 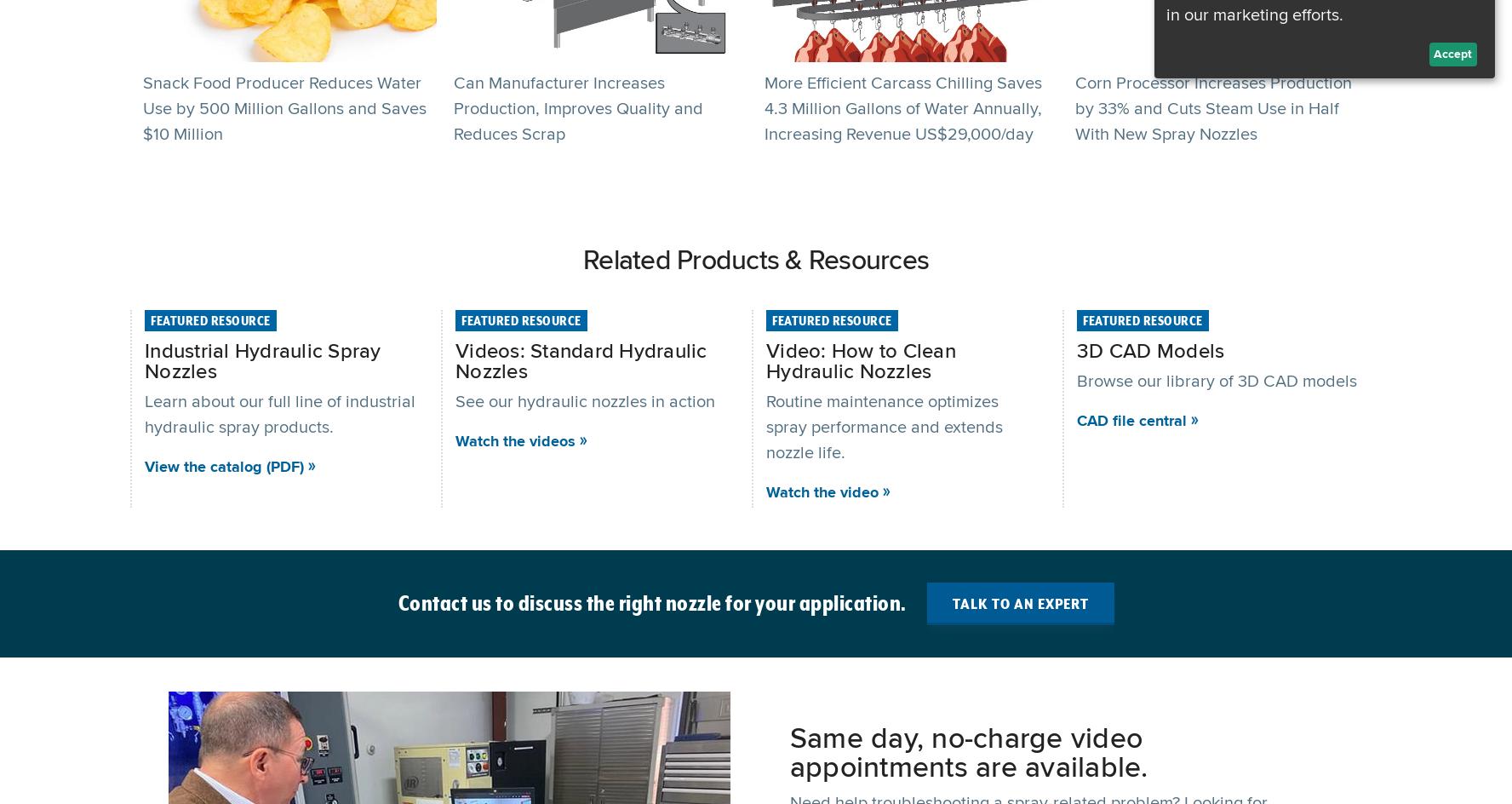 What do you see at coordinates (883, 426) in the screenshot?
I see `'Routine maintenance optimizes spray performance and extends nozzle life.'` at bounding box center [883, 426].